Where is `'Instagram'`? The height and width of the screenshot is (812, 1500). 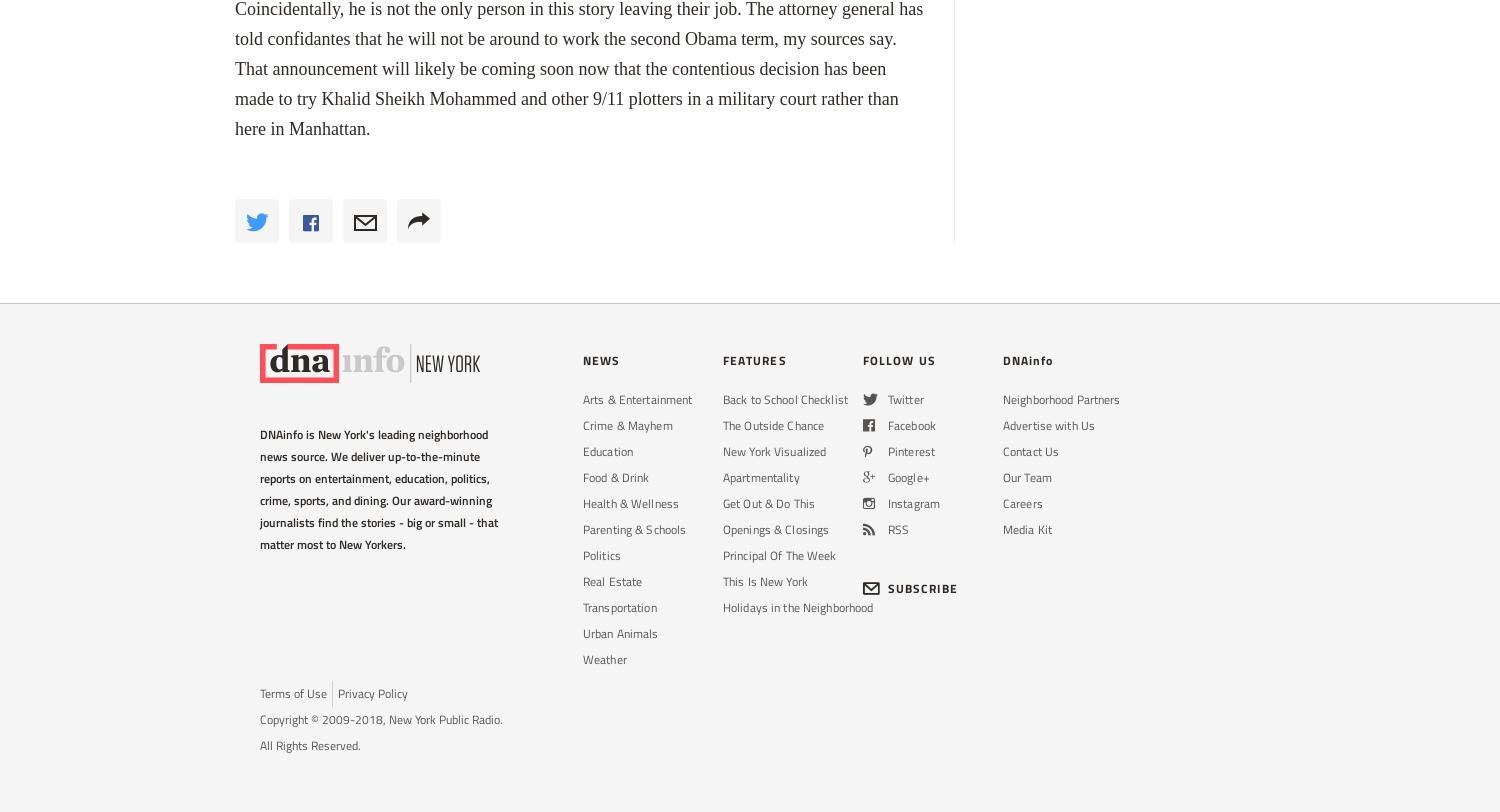
'Instagram' is located at coordinates (913, 503).